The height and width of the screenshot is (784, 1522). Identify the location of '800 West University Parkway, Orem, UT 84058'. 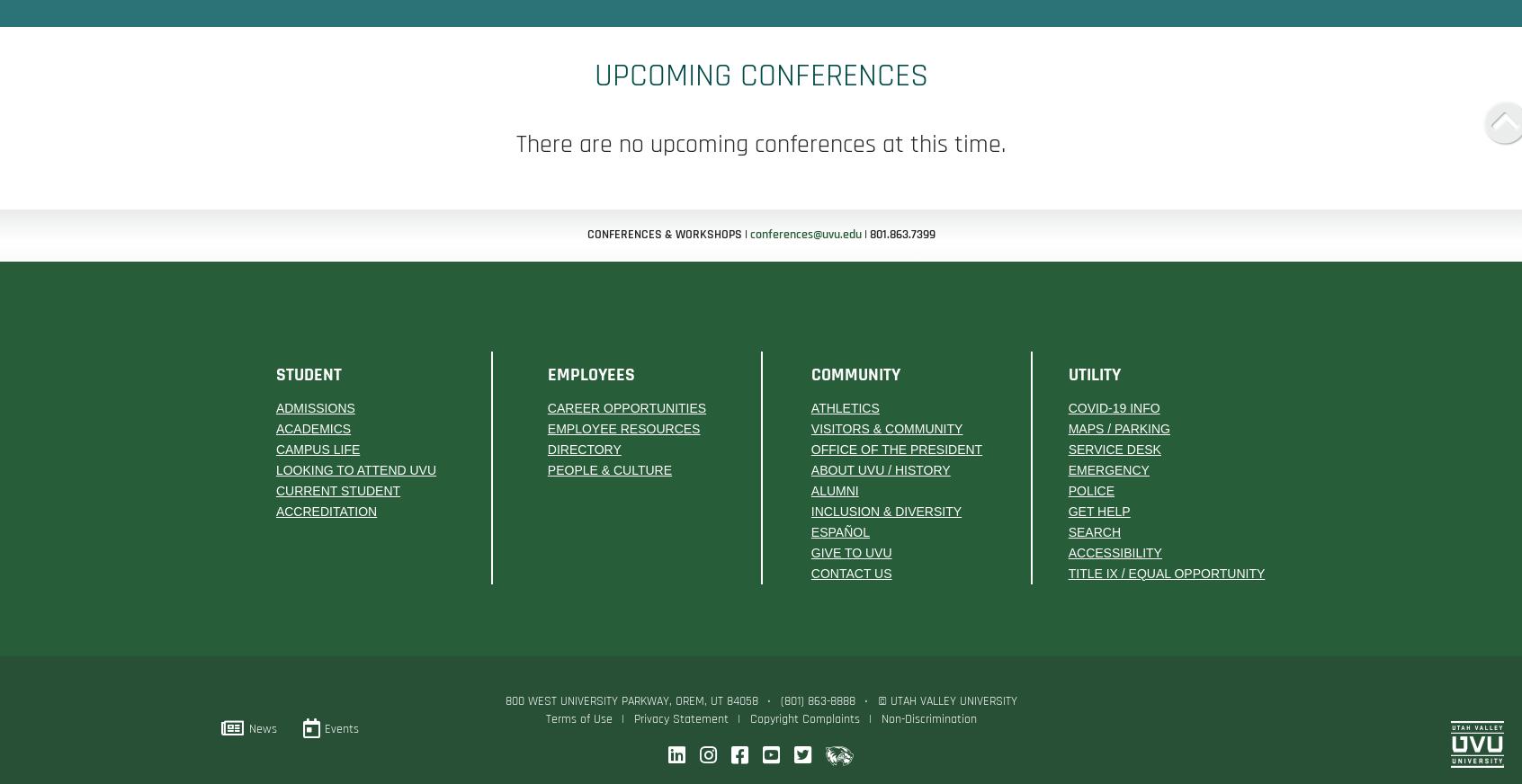
(631, 699).